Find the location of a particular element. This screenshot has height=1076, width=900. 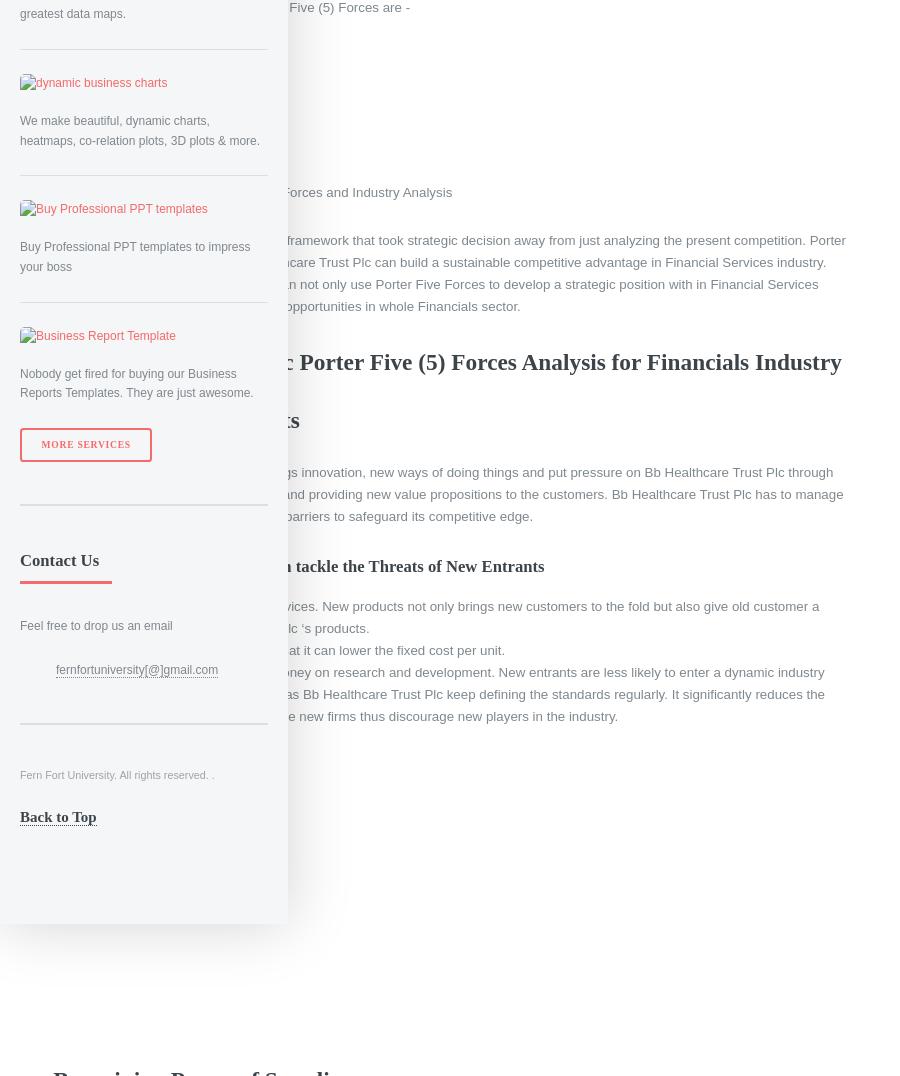

'Threats of New Entrants' is located at coordinates (176, 419).